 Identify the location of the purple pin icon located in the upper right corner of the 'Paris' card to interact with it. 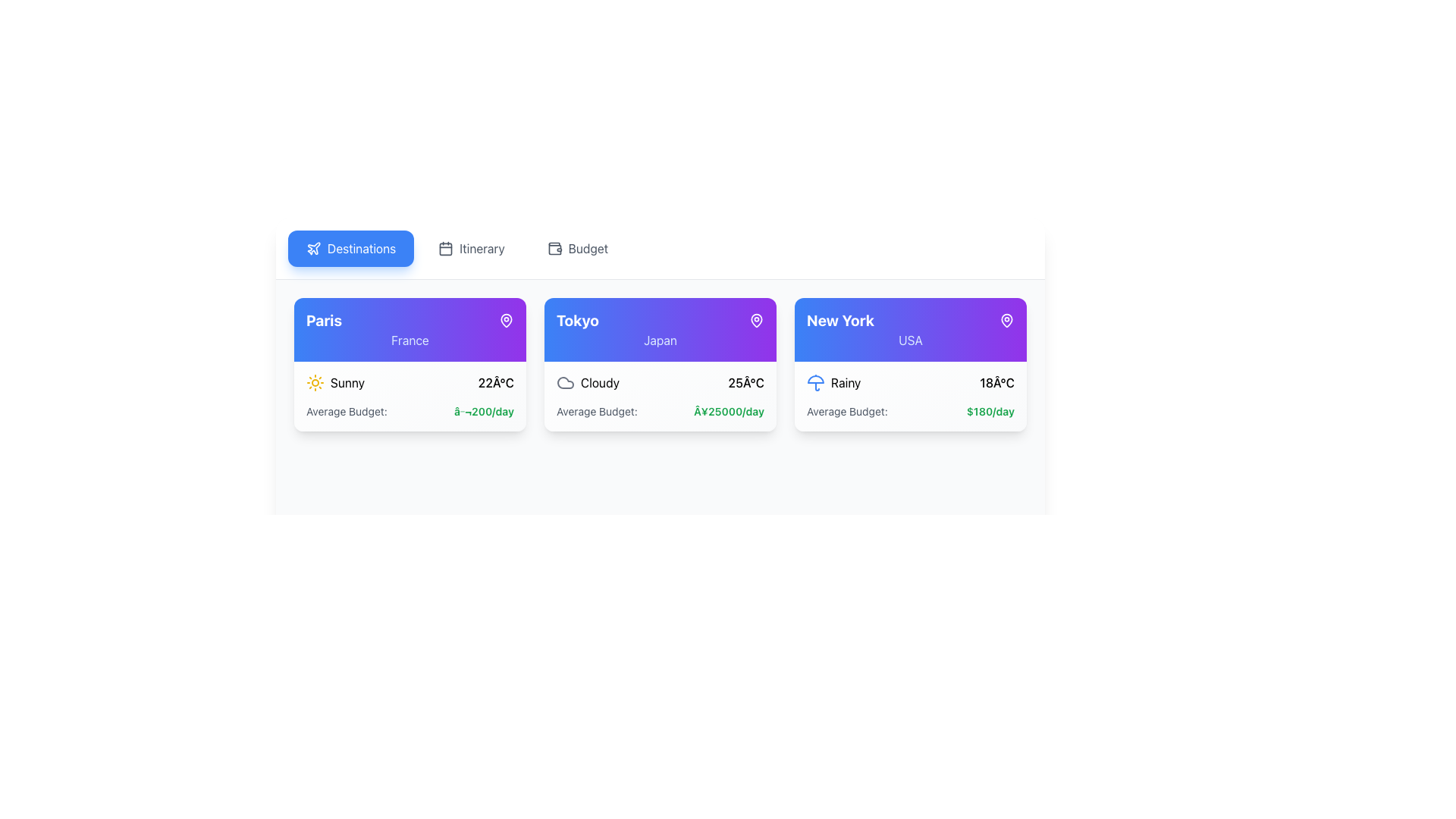
(506, 318).